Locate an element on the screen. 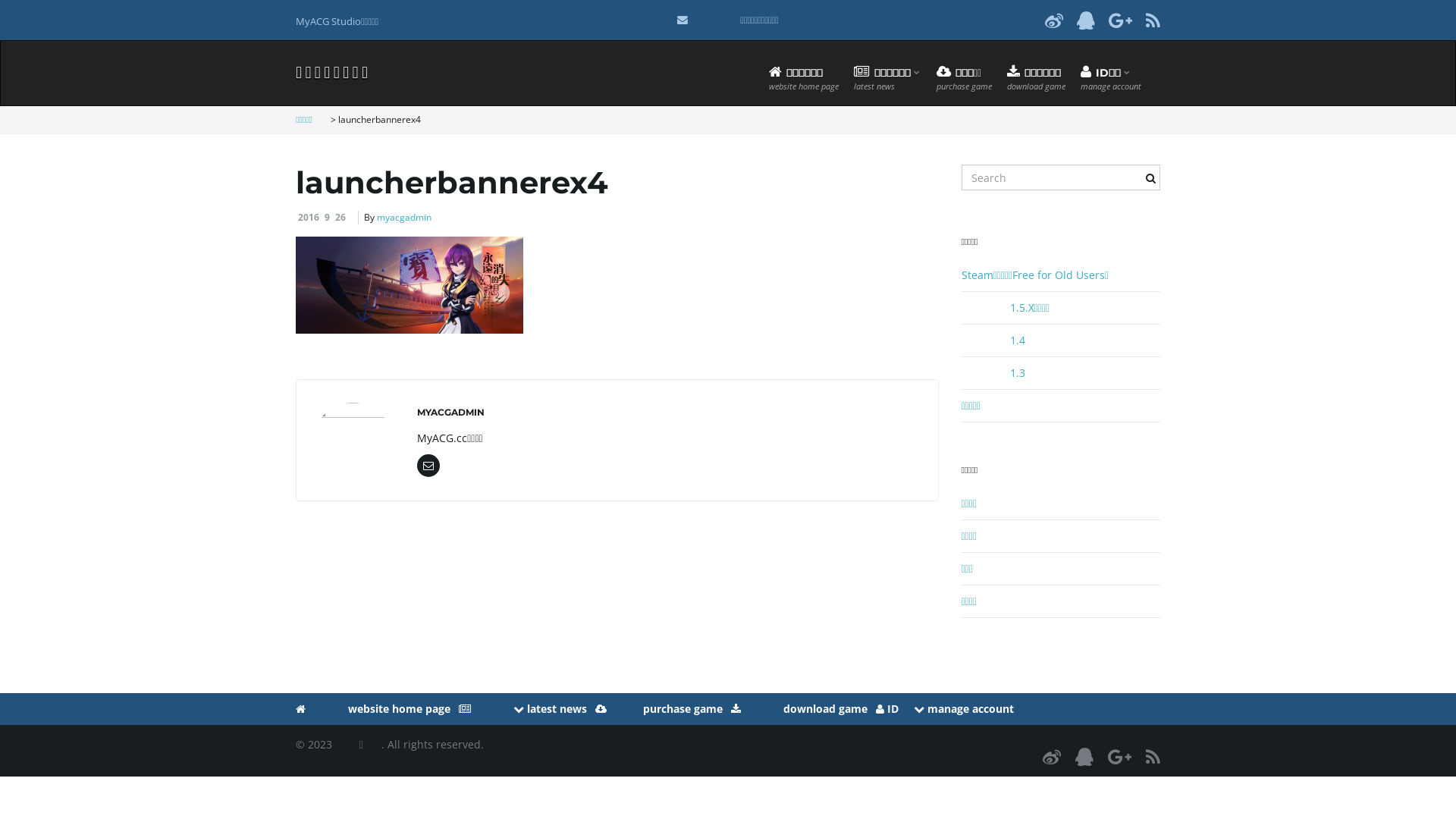 This screenshot has width=1456, height=819. 'Subscribe MyACG Studio RSS' is located at coordinates (1153, 20).